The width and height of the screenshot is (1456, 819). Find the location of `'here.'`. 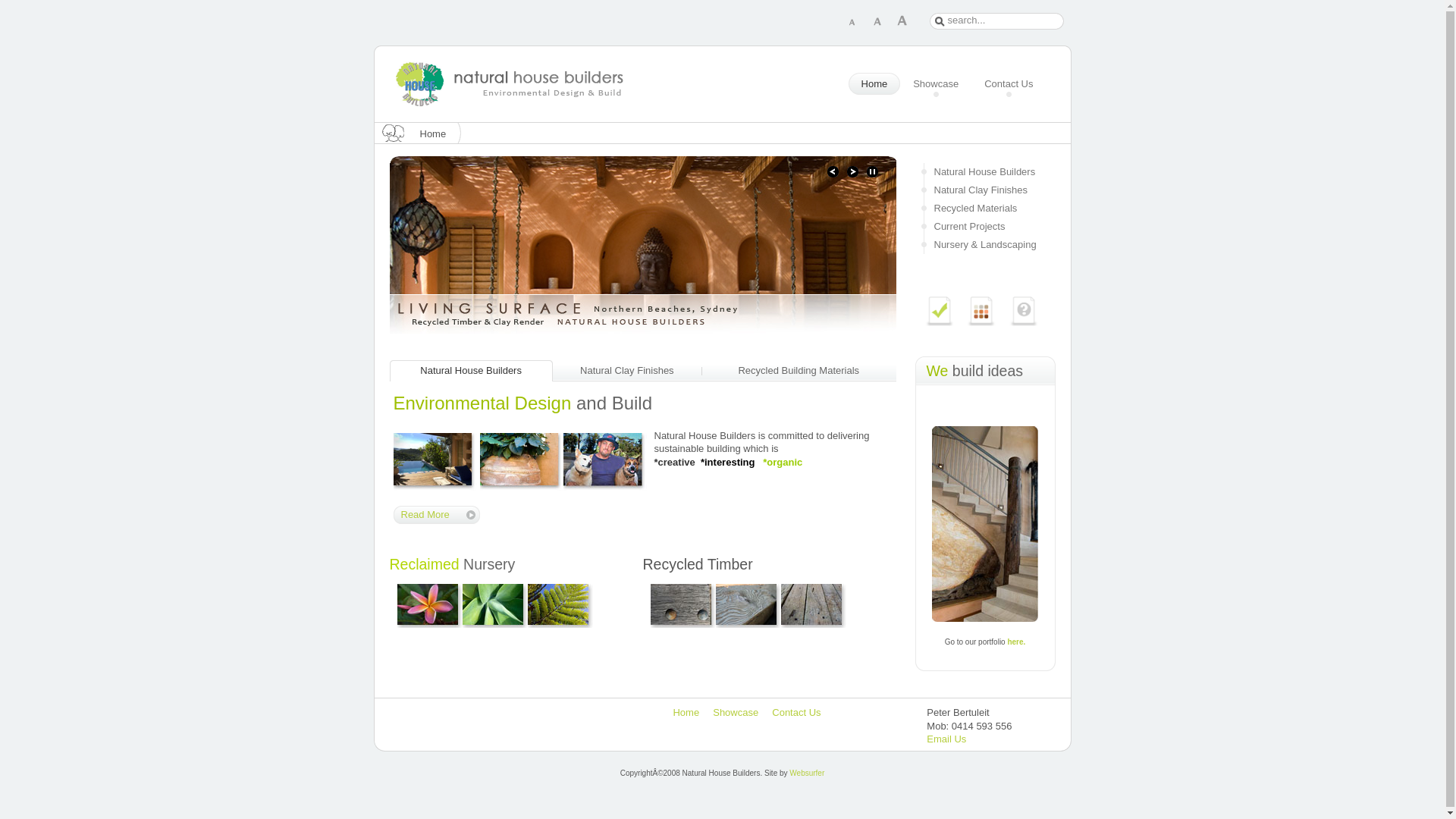

'here.' is located at coordinates (1007, 641).